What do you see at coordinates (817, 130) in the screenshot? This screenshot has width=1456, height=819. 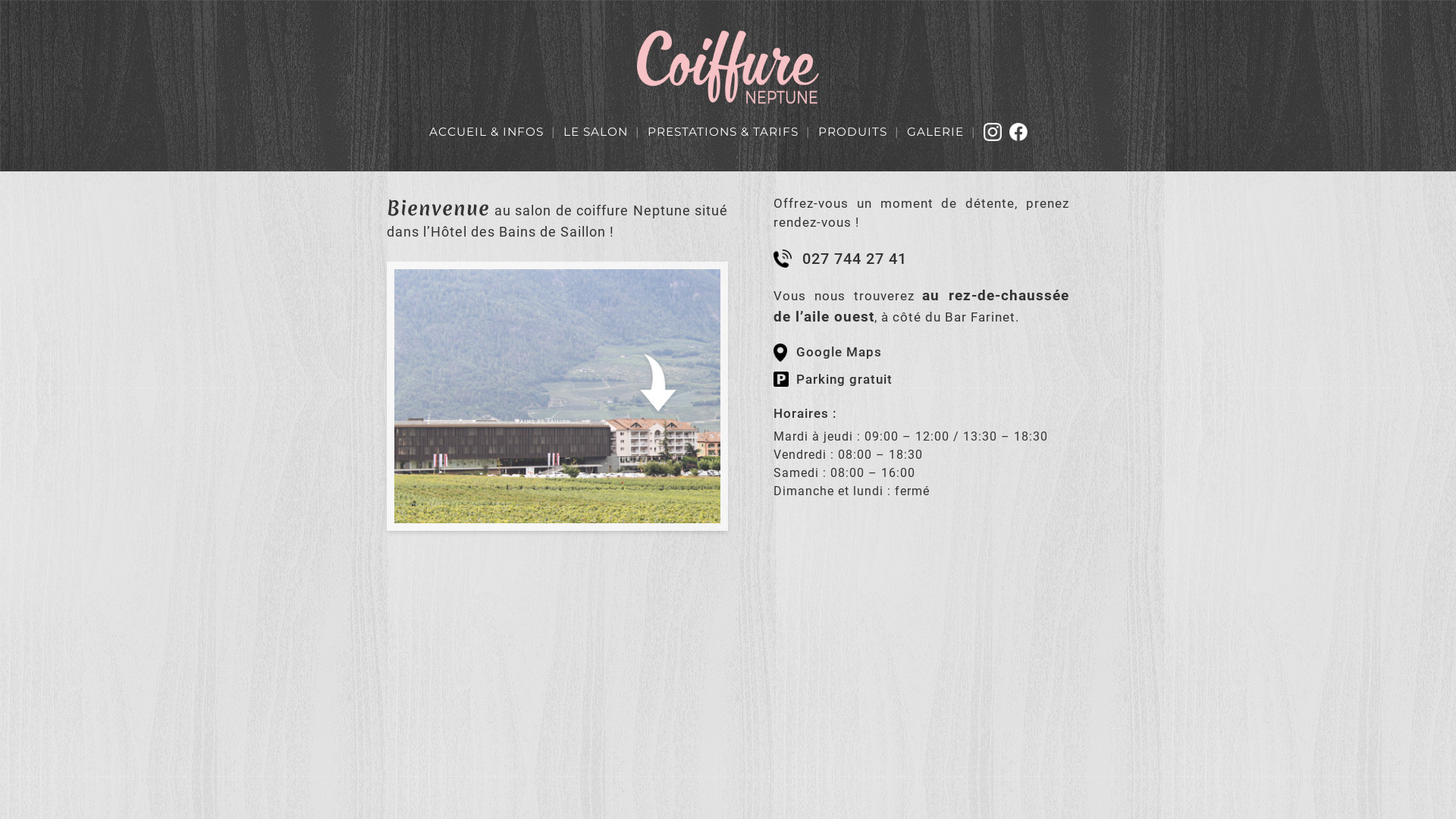 I see `'PRODUITS'` at bounding box center [817, 130].